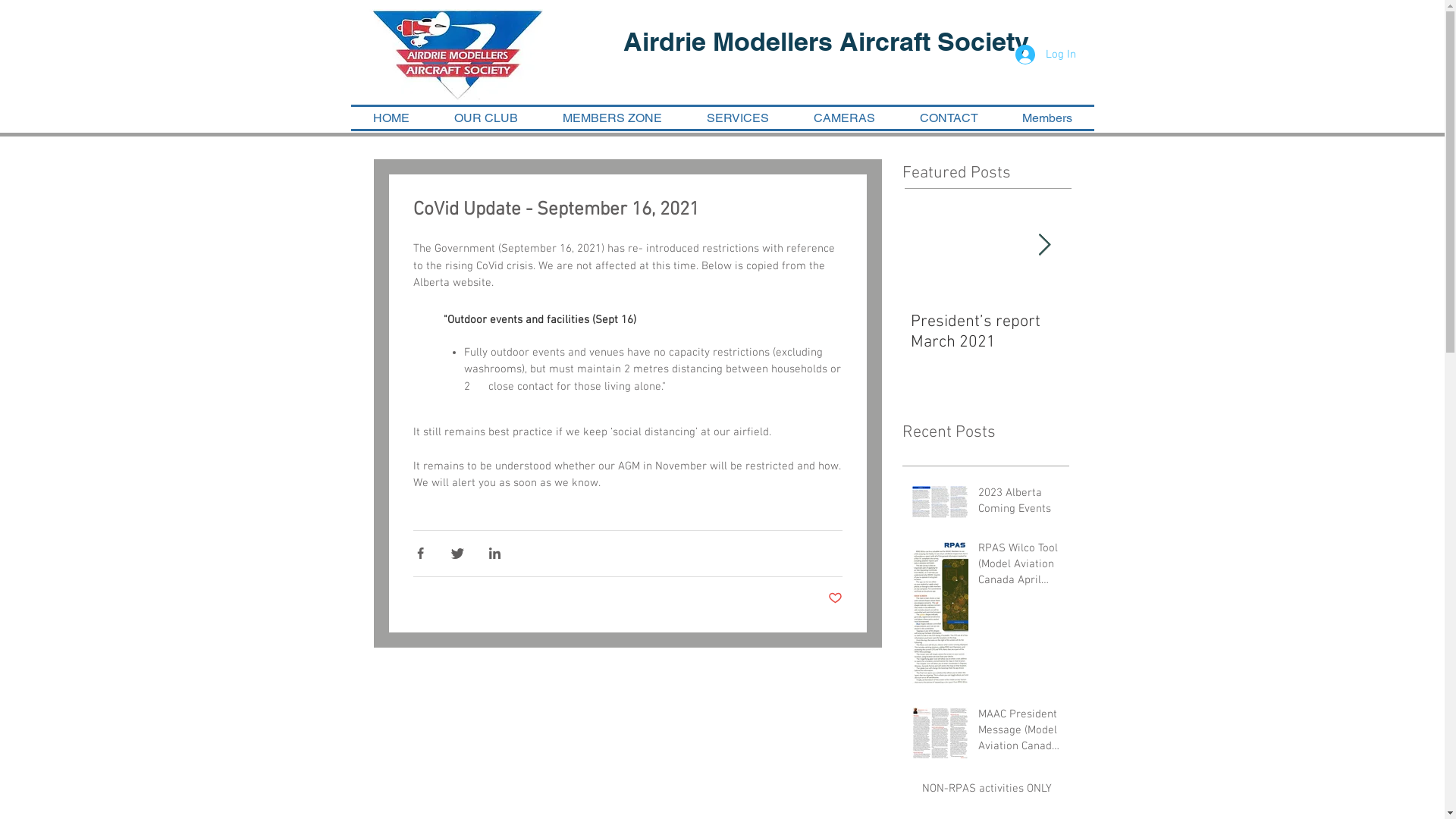 The image size is (1456, 819). I want to click on 'OUR CLUB', so click(486, 117).